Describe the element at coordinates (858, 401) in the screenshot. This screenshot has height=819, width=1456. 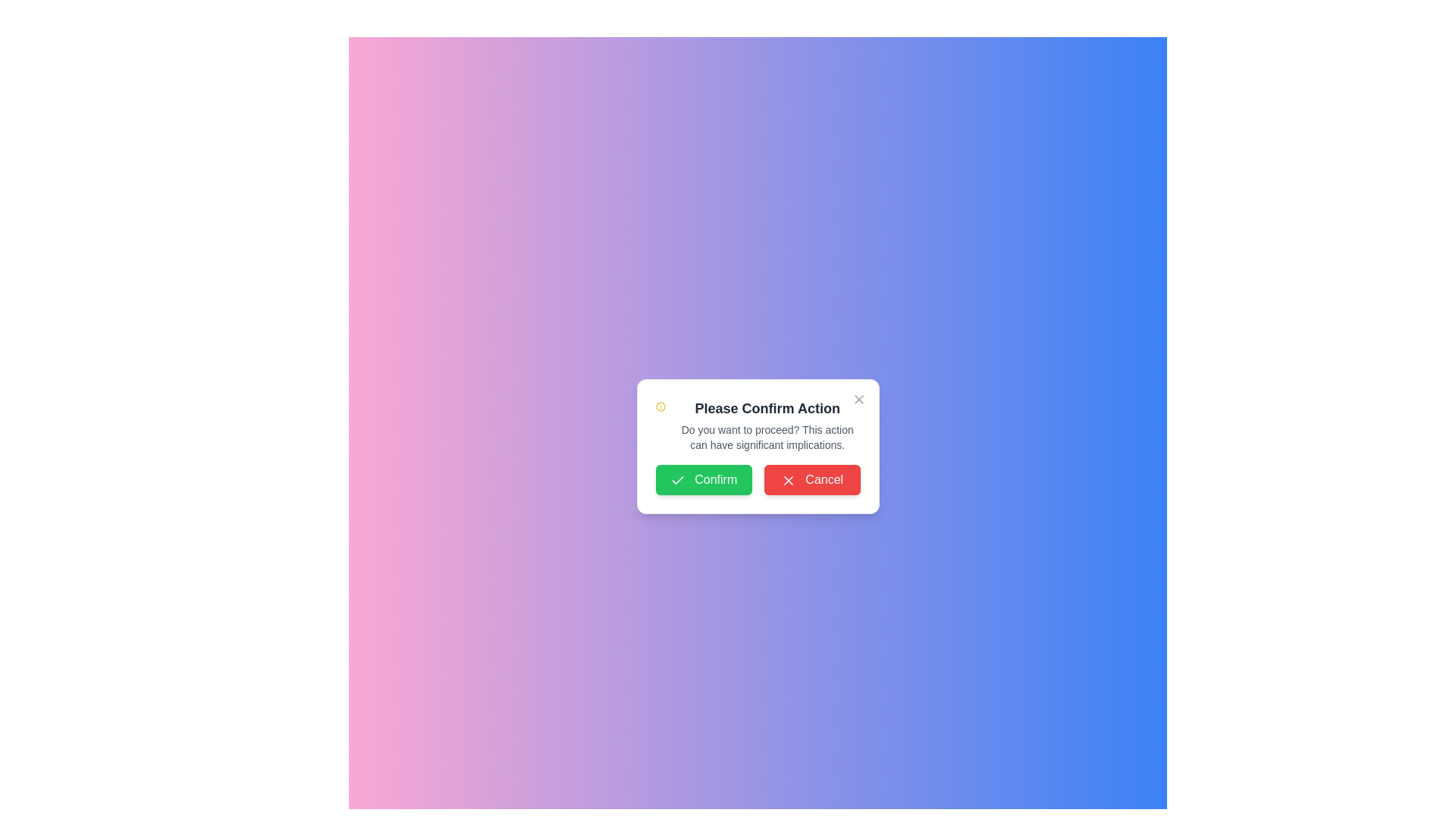
I see `the close button located at the top-right corner of the 'Please Confirm Action' dialog box to change its color` at that location.